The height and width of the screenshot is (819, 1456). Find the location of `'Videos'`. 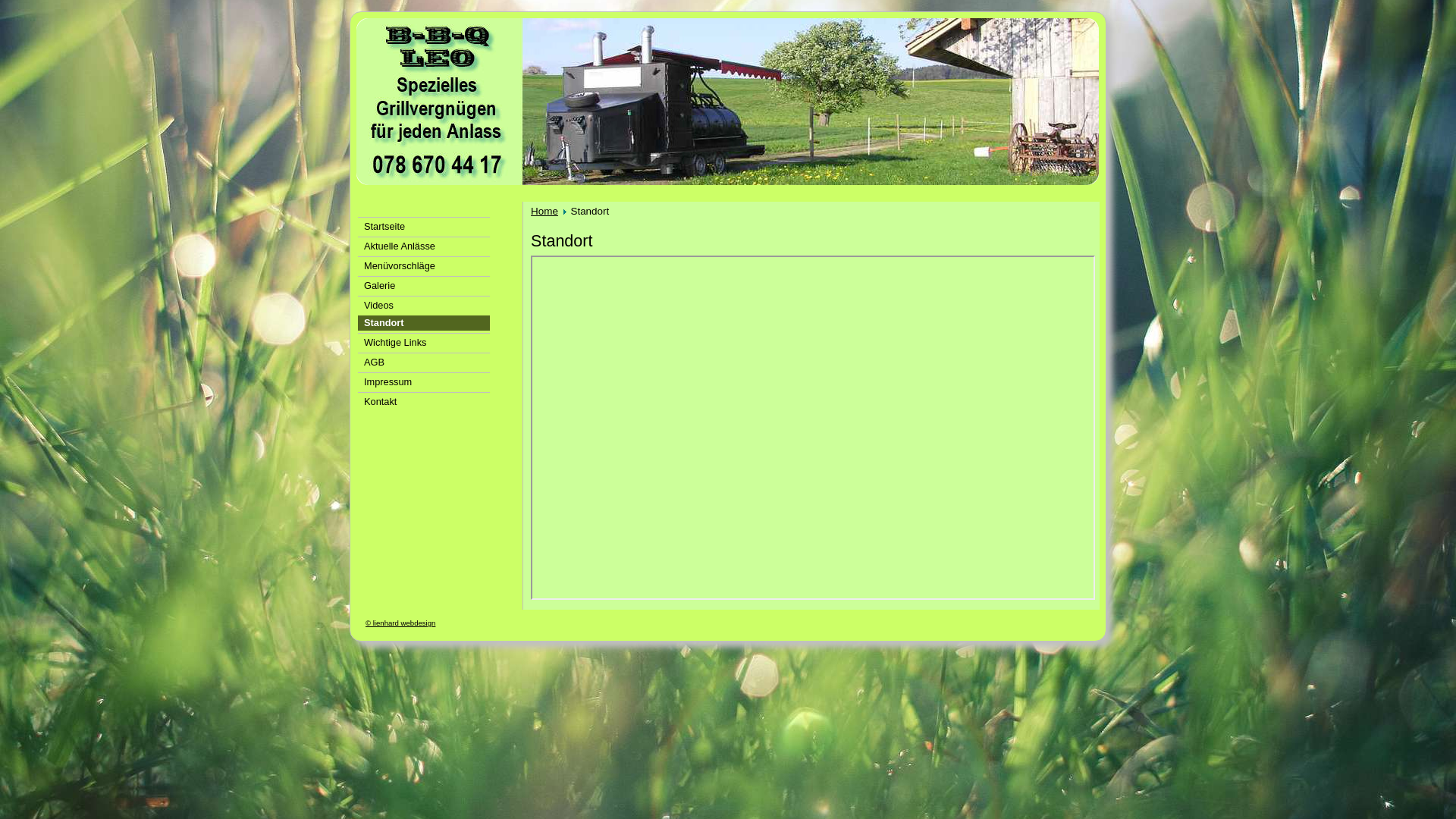

'Videos' is located at coordinates (356, 304).